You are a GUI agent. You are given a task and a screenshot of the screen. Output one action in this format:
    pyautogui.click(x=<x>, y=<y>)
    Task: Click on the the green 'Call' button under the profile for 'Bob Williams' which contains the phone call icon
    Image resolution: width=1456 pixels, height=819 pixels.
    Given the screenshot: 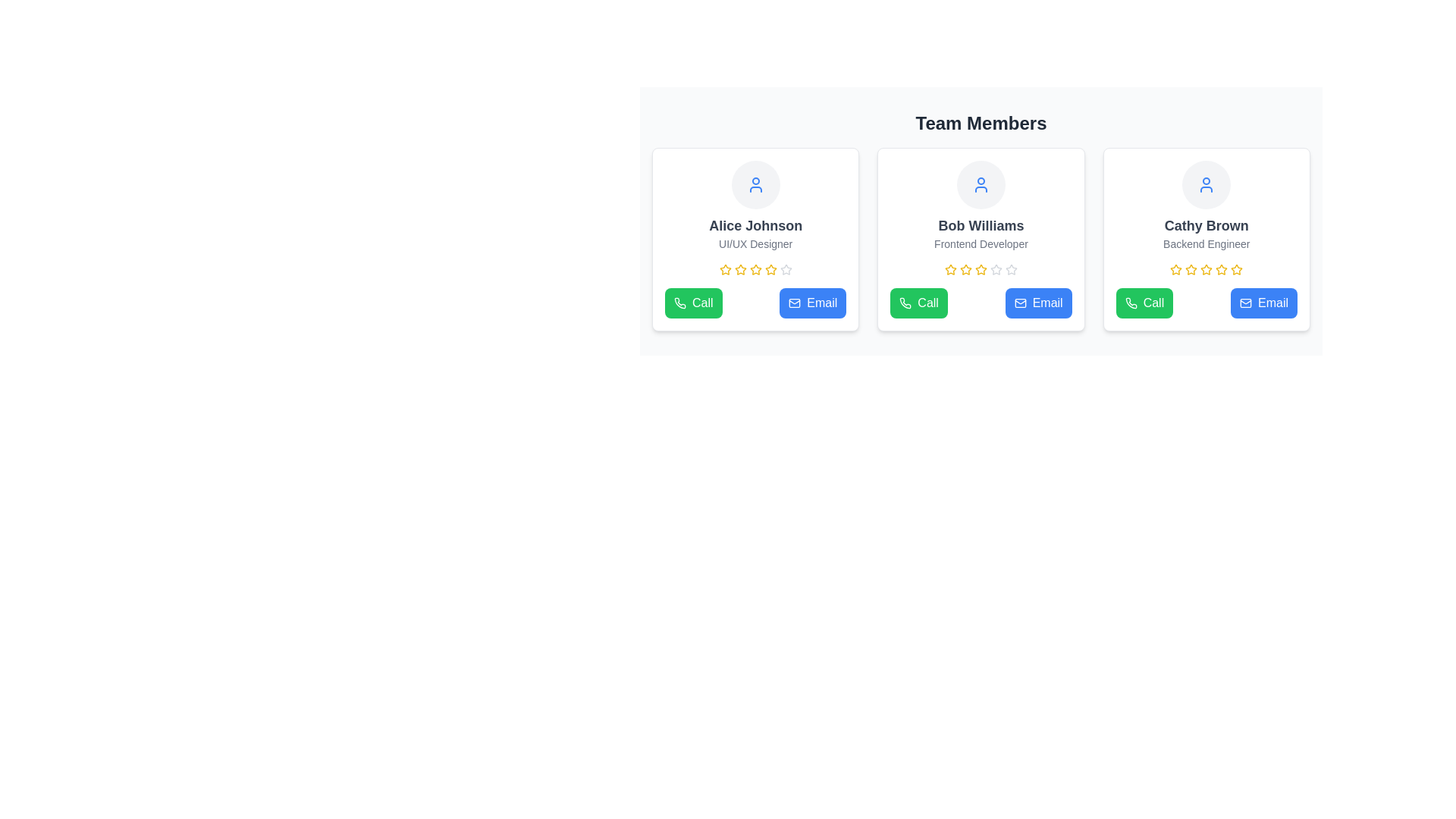 What is the action you would take?
    pyautogui.click(x=905, y=303)
    